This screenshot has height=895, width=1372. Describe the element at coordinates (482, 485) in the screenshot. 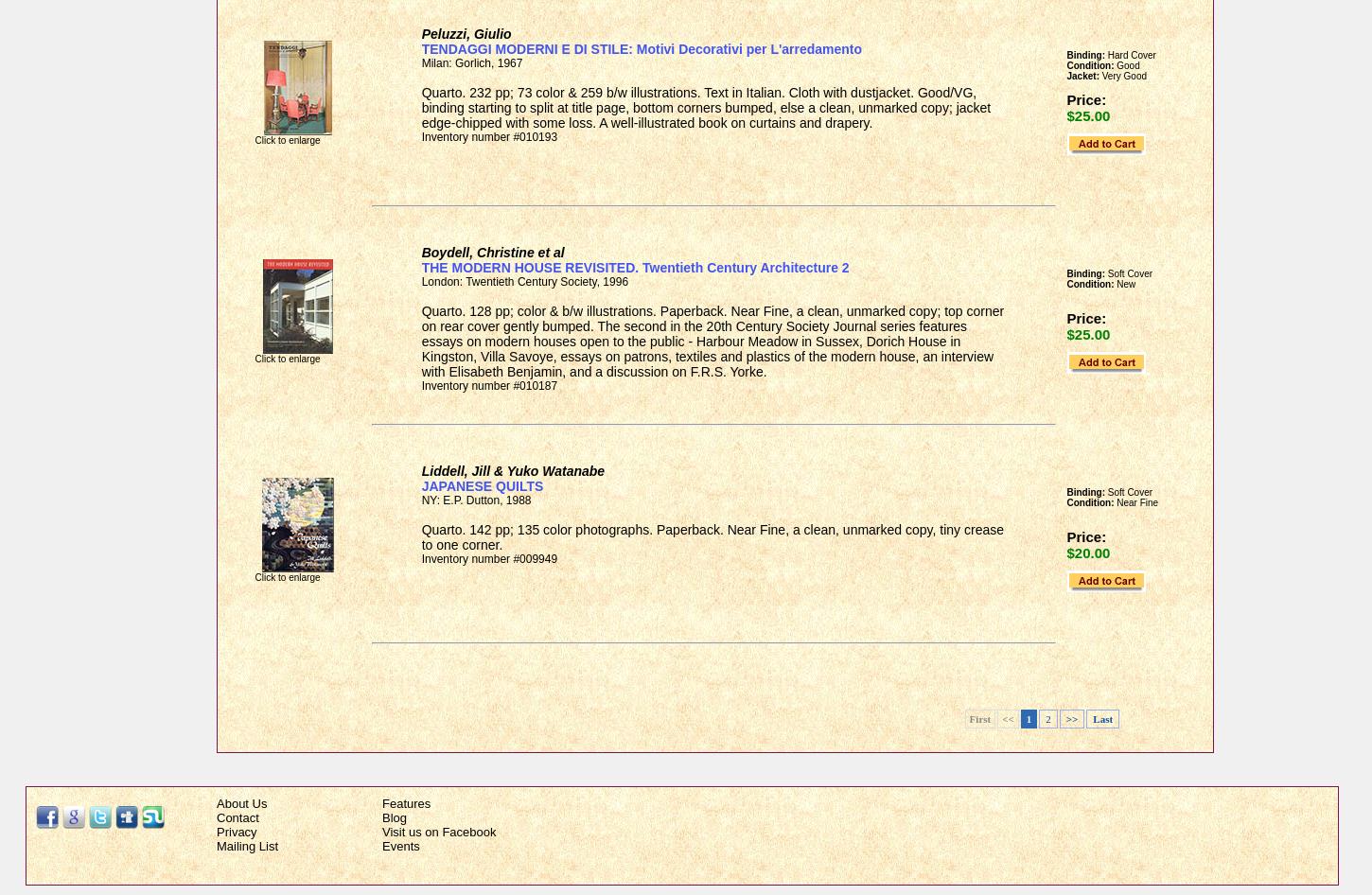

I see `'JAPANESE QUILTS'` at that location.